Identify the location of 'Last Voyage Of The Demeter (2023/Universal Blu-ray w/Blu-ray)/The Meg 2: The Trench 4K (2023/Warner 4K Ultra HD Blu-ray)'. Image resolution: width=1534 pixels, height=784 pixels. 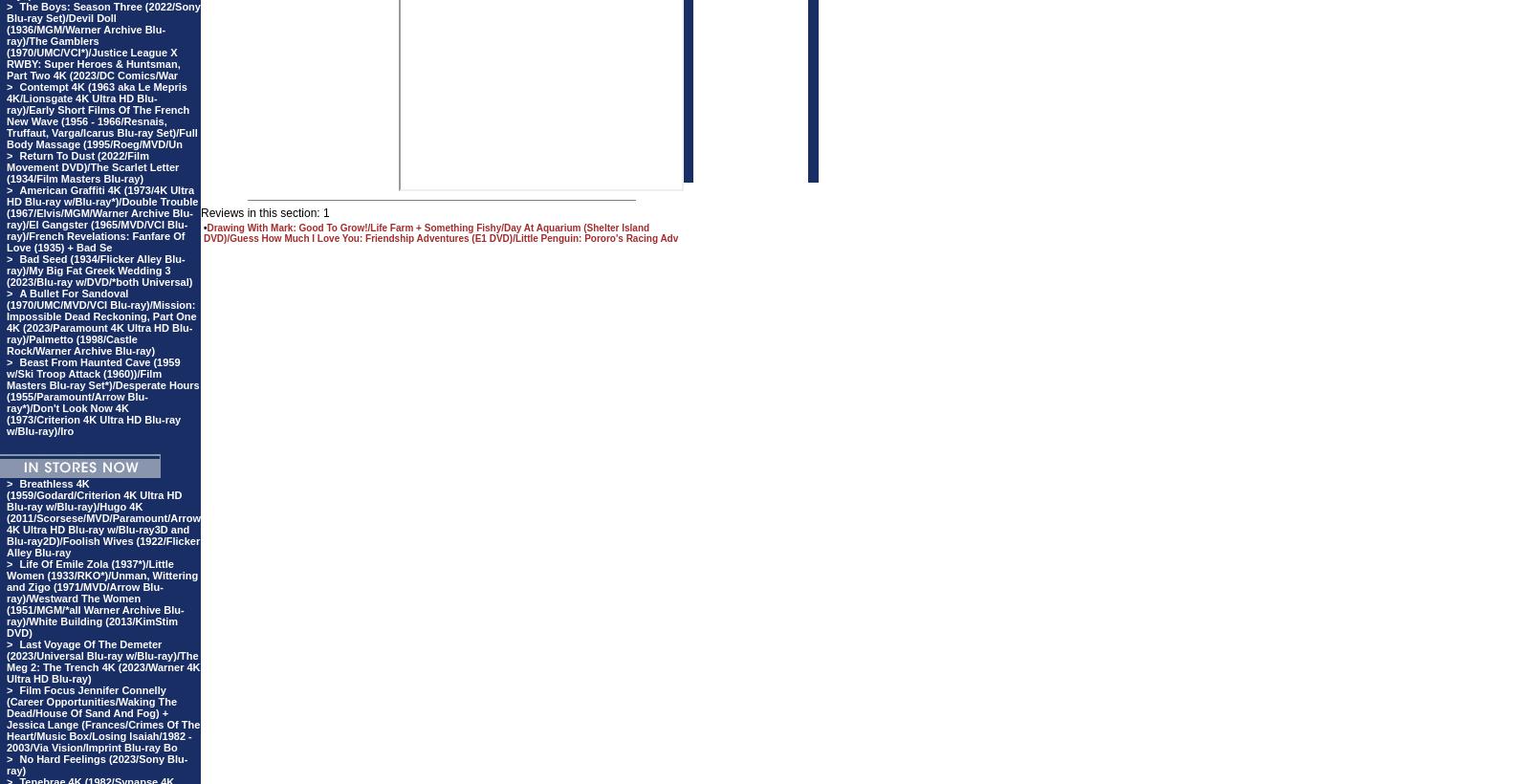
(102, 661).